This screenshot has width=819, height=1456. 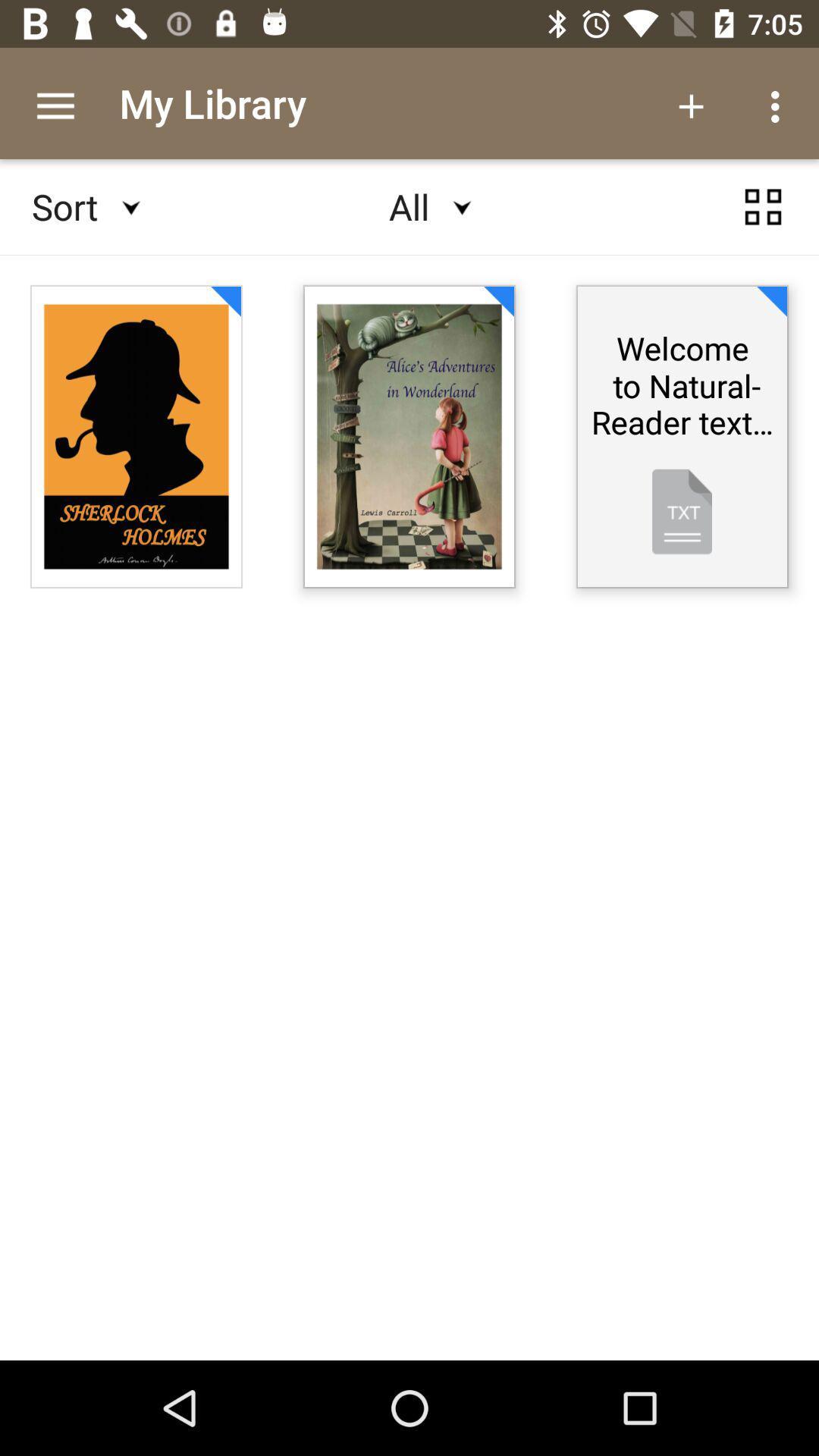 I want to click on the dashboard icon, so click(x=763, y=221).